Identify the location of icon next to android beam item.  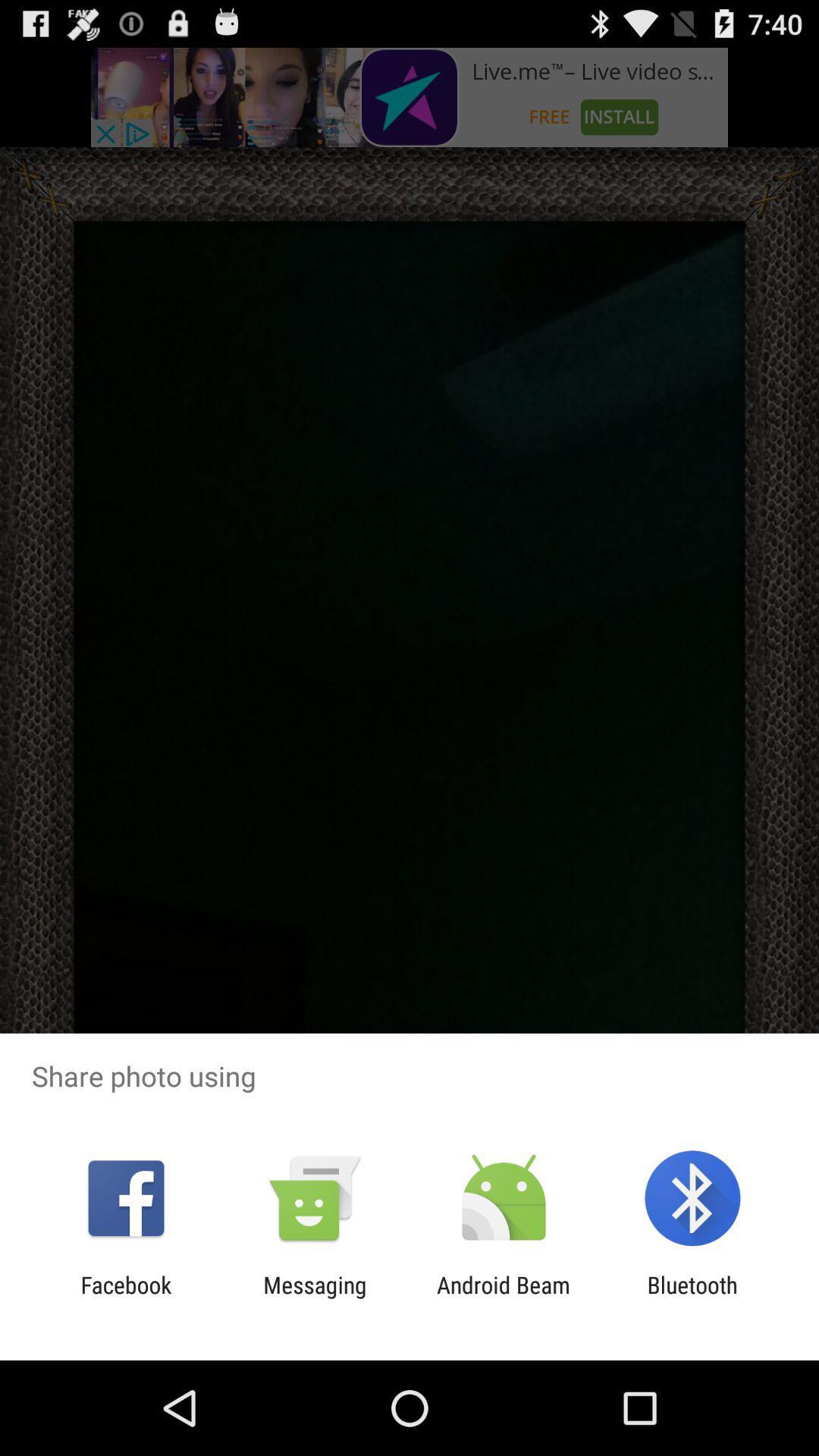
(692, 1298).